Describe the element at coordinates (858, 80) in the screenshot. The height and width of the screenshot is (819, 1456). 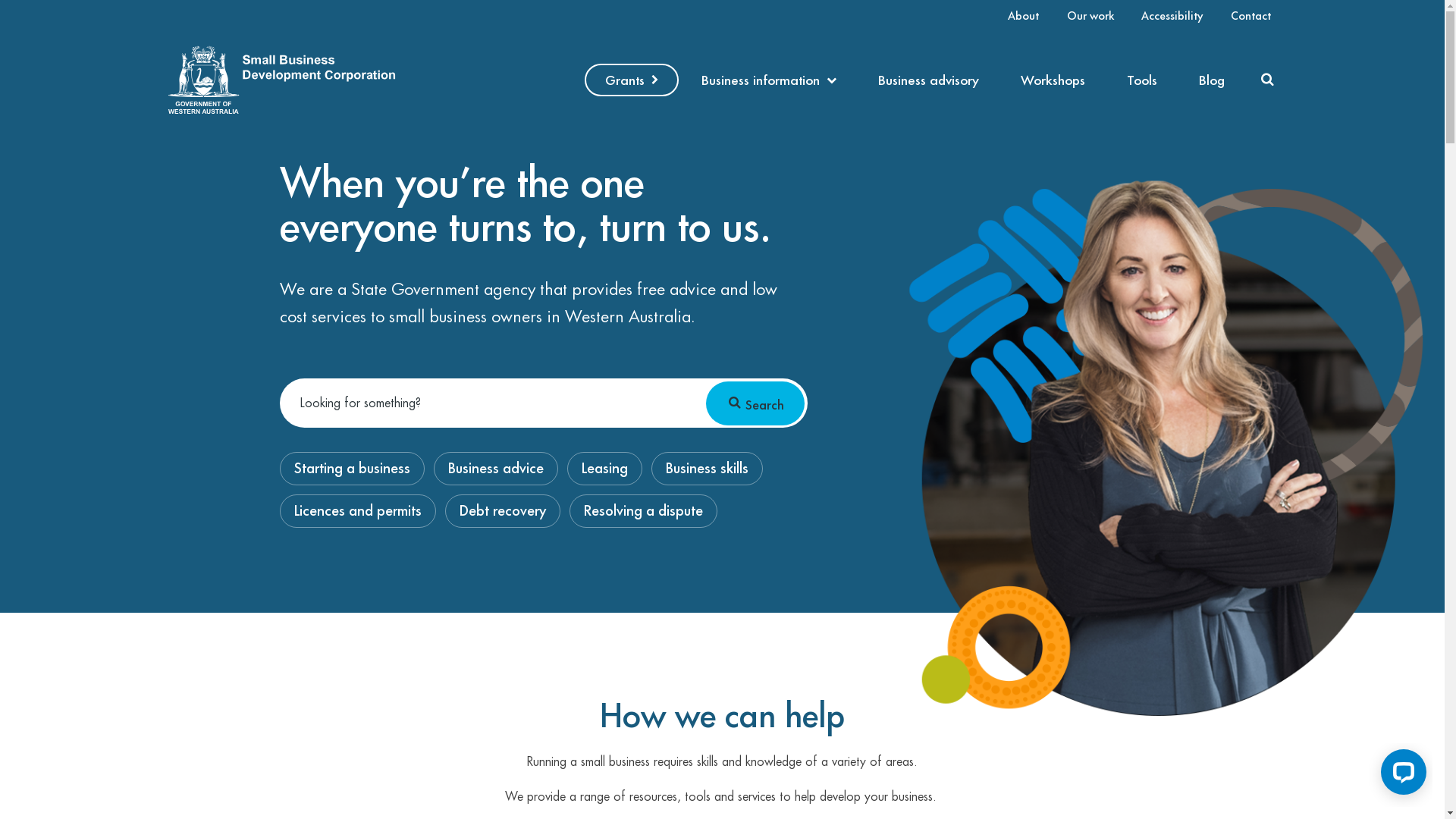
I see `'Business advisory'` at that location.